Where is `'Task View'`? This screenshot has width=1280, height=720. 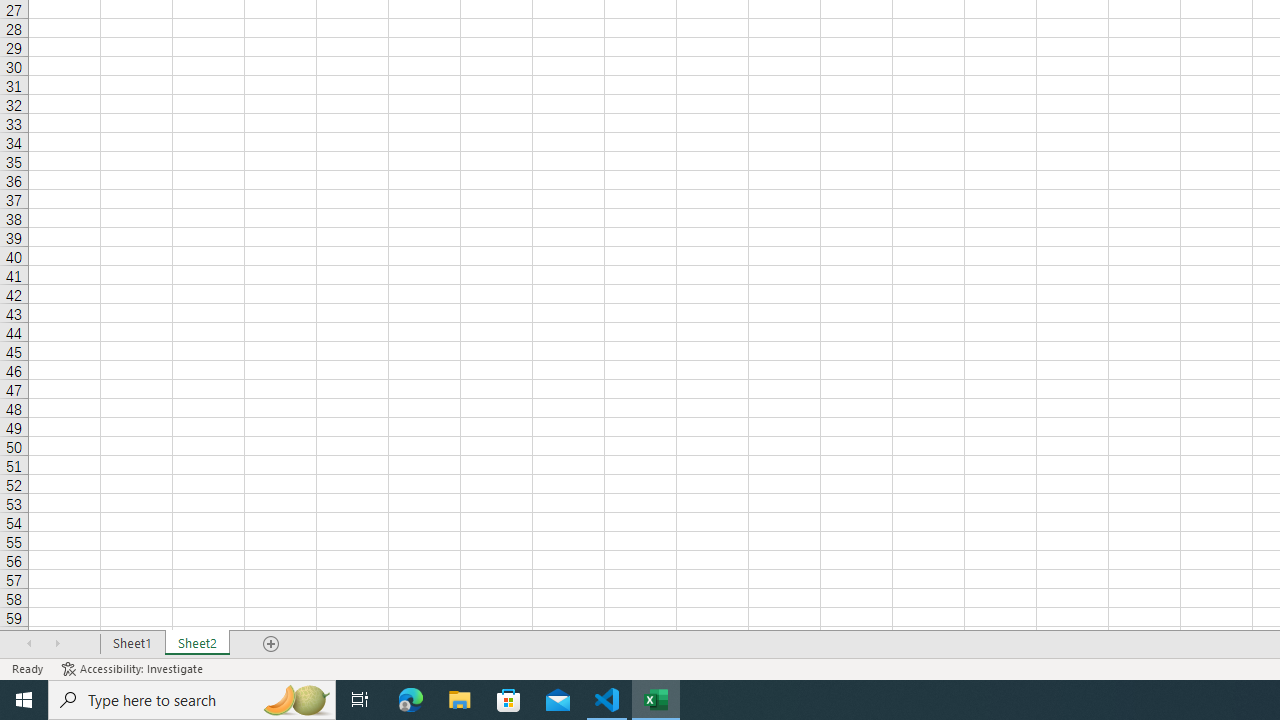
'Task View' is located at coordinates (359, 698).